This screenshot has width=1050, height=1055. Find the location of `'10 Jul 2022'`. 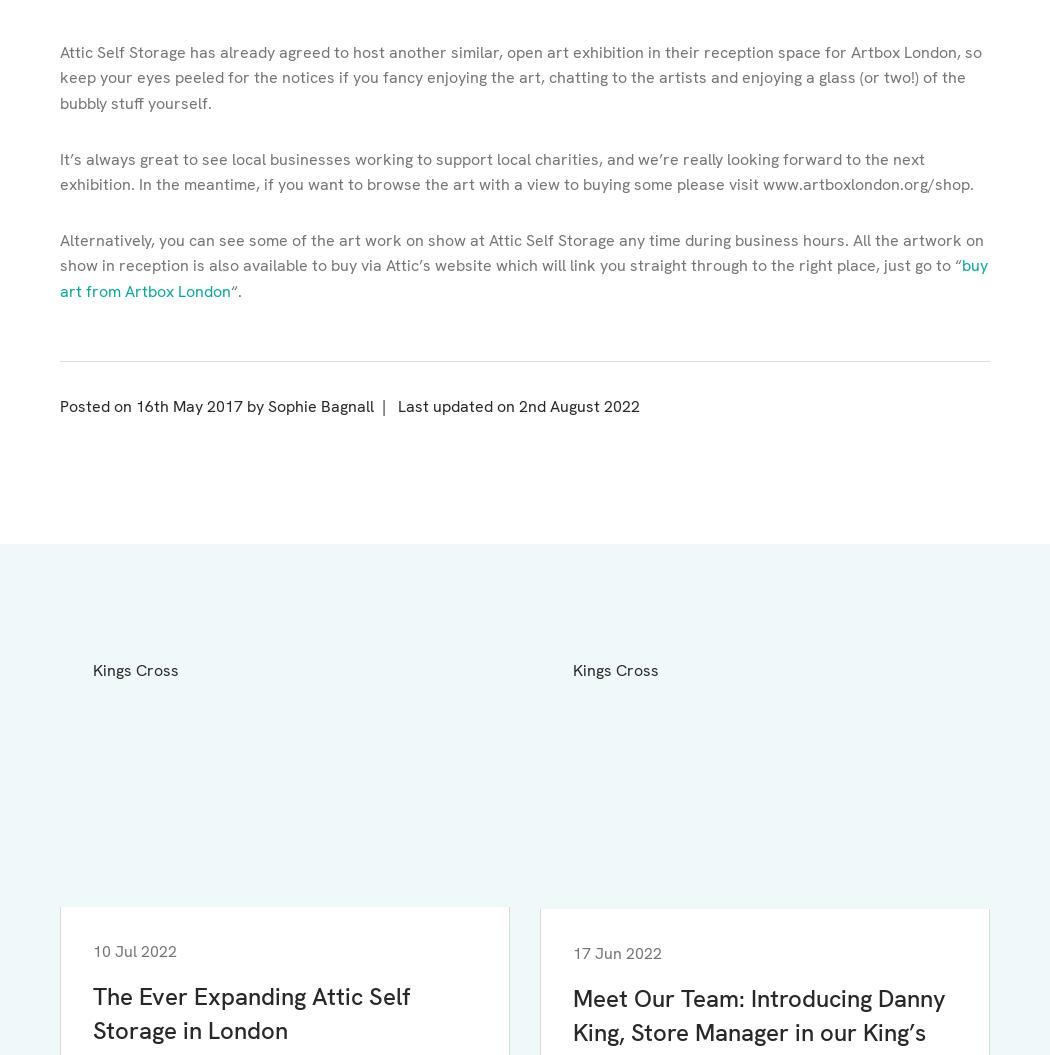

'10 Jul 2022' is located at coordinates (134, 950).